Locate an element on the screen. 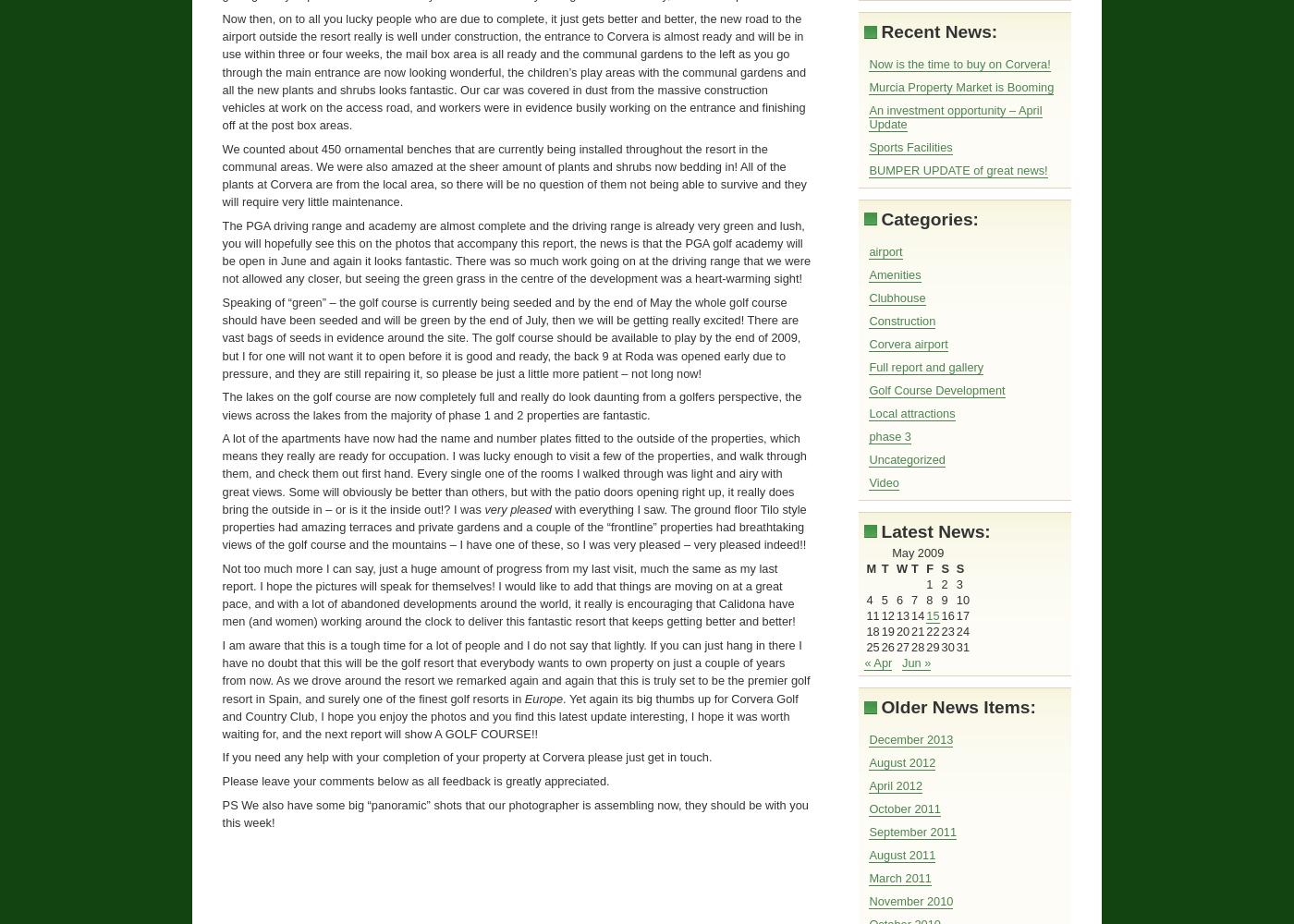  '15' is located at coordinates (932, 615).